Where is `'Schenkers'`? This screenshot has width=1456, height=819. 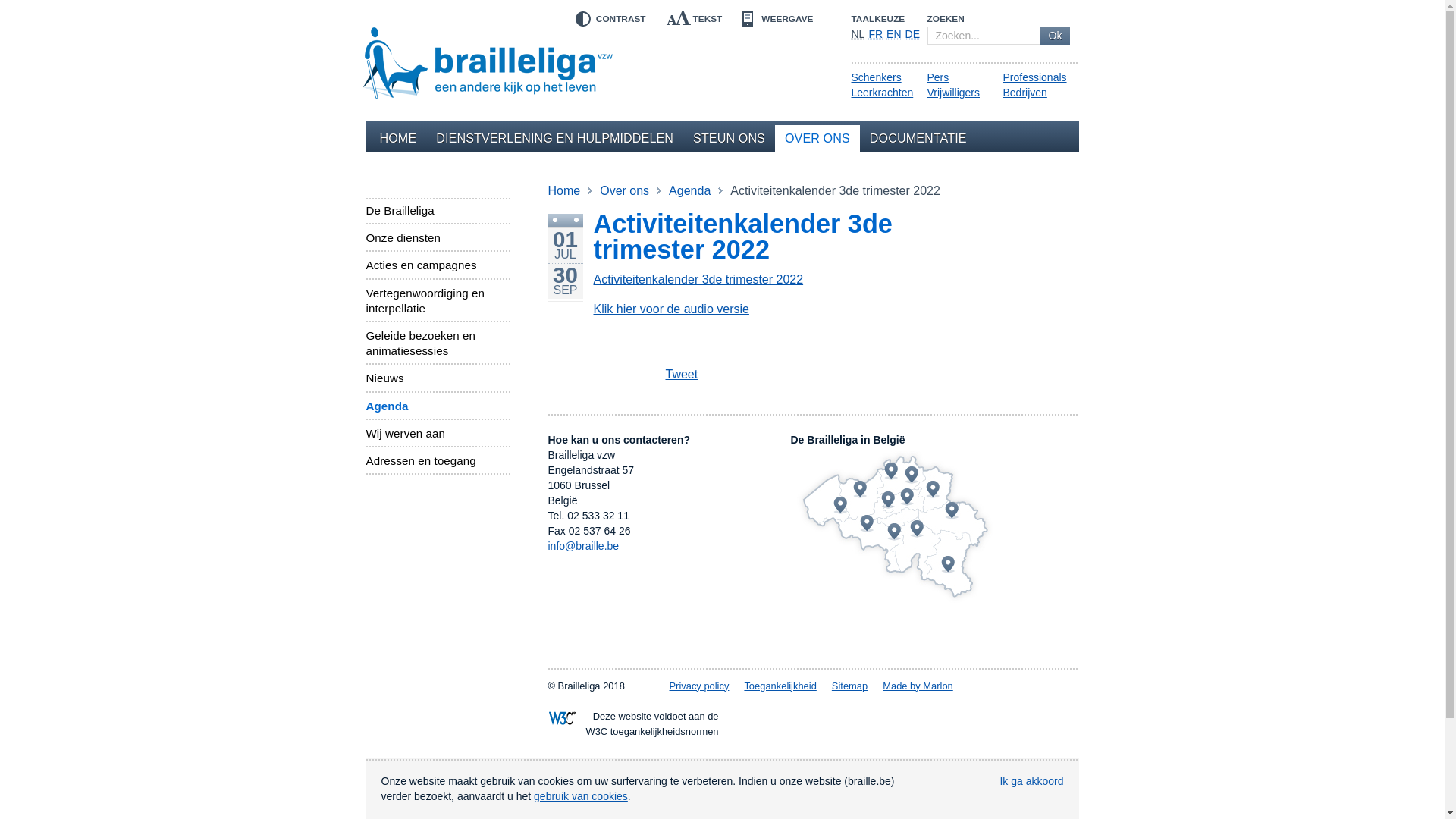
'Schenkers' is located at coordinates (876, 77).